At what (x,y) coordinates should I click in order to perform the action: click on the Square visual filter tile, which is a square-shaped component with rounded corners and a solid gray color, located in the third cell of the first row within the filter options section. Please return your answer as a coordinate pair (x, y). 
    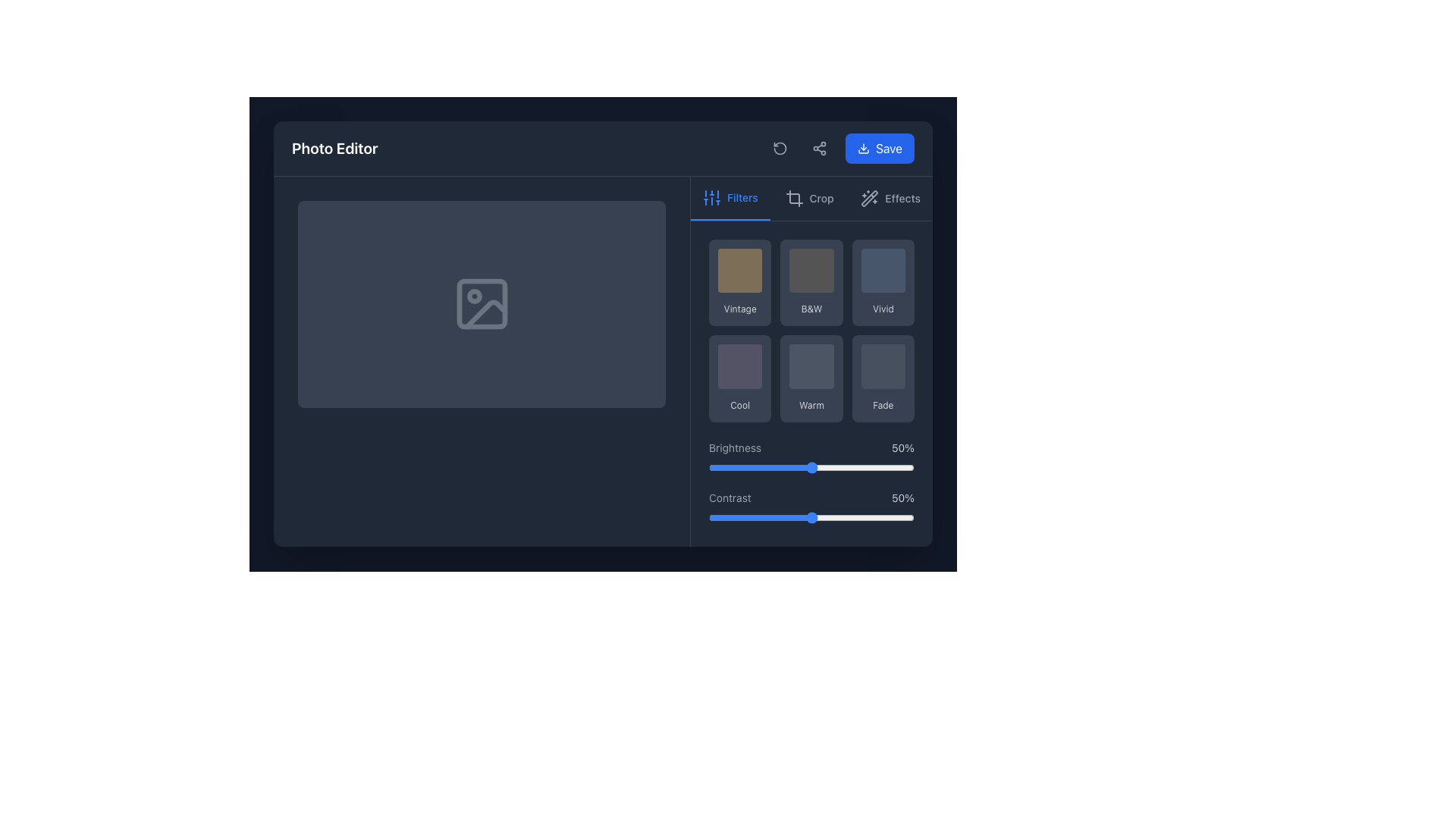
    Looking at the image, I should click on (883, 270).